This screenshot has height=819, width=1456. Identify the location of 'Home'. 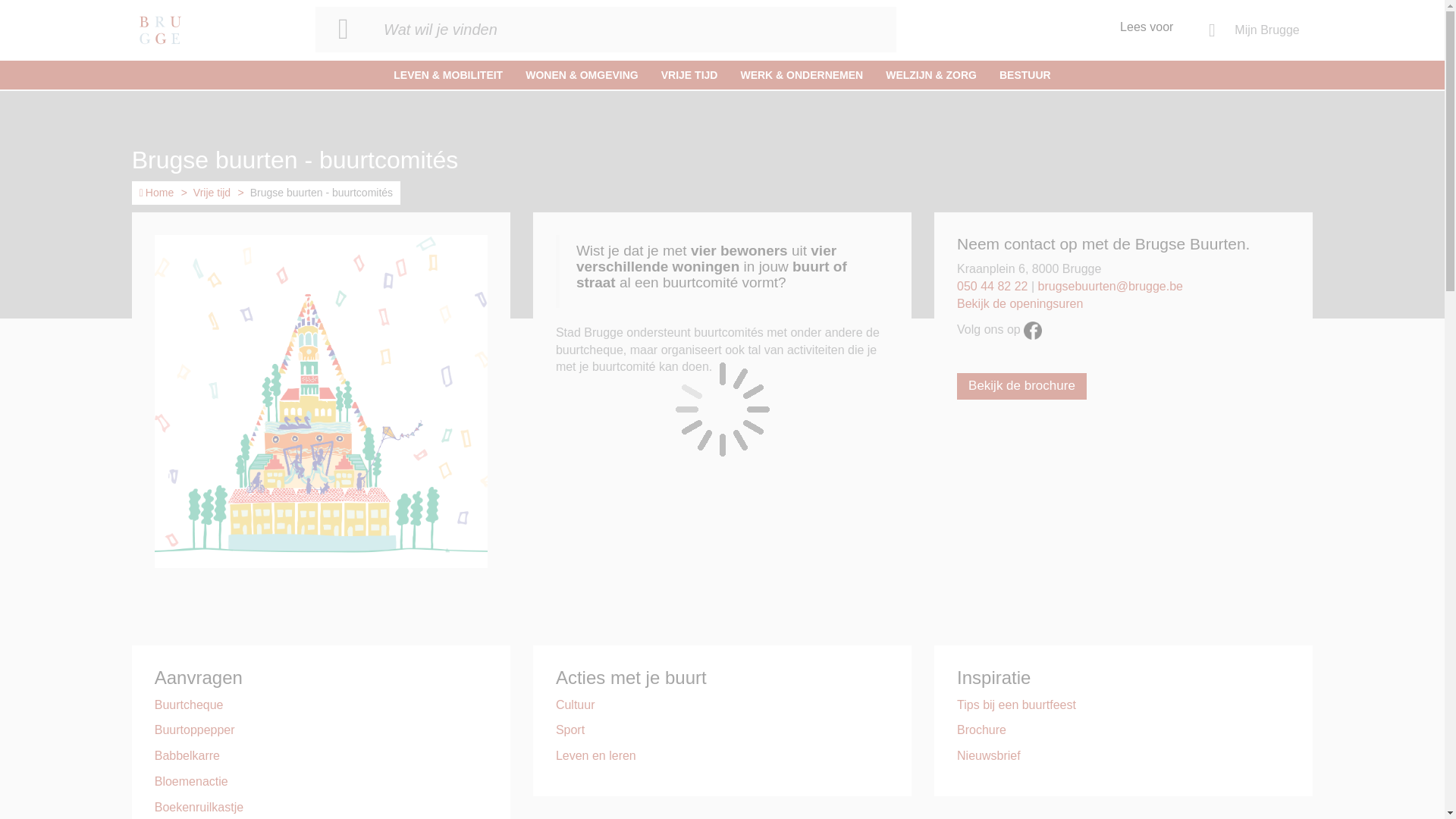
(156, 192).